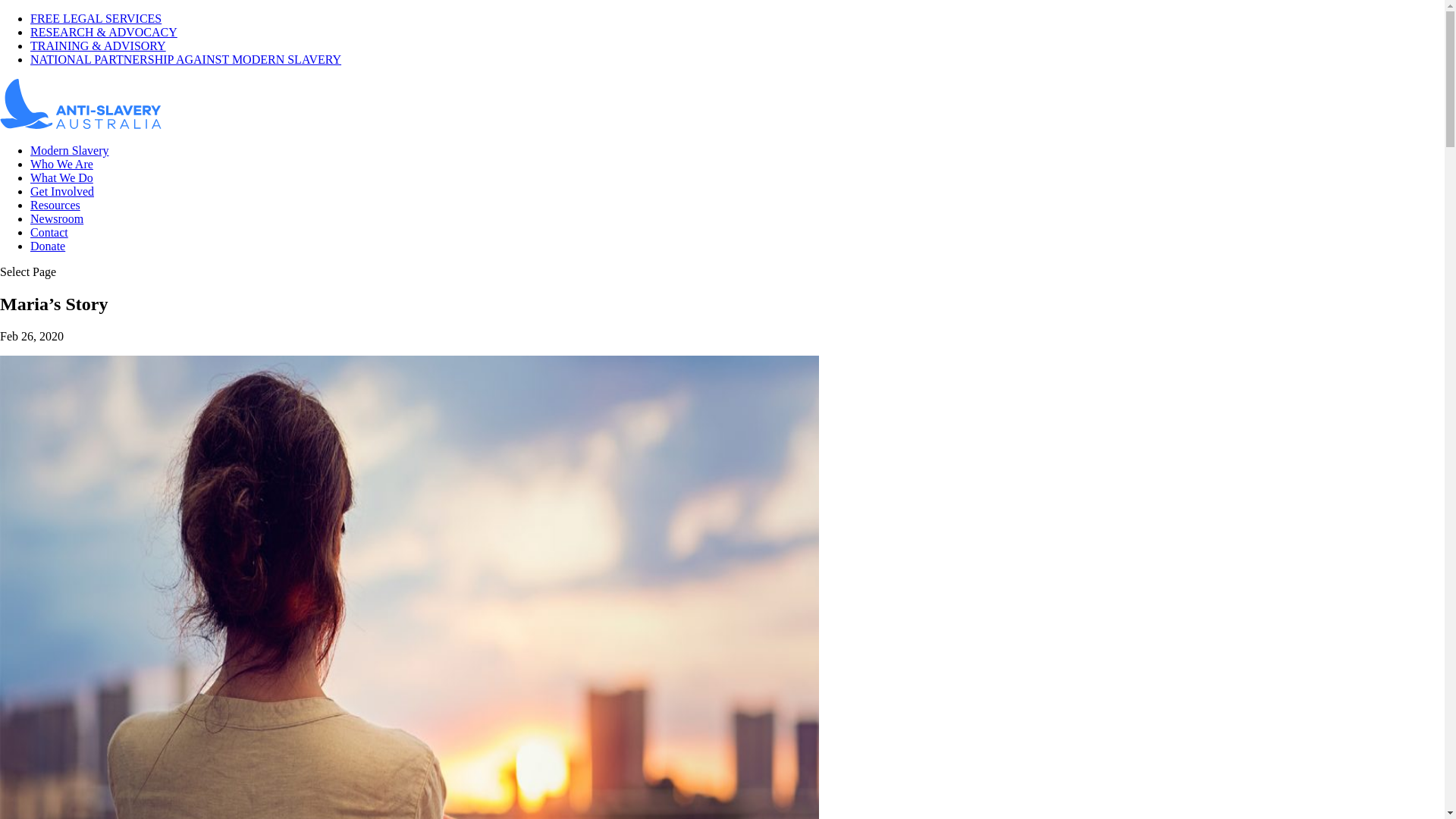  Describe the element at coordinates (47, 245) in the screenshot. I see `'Donate'` at that location.